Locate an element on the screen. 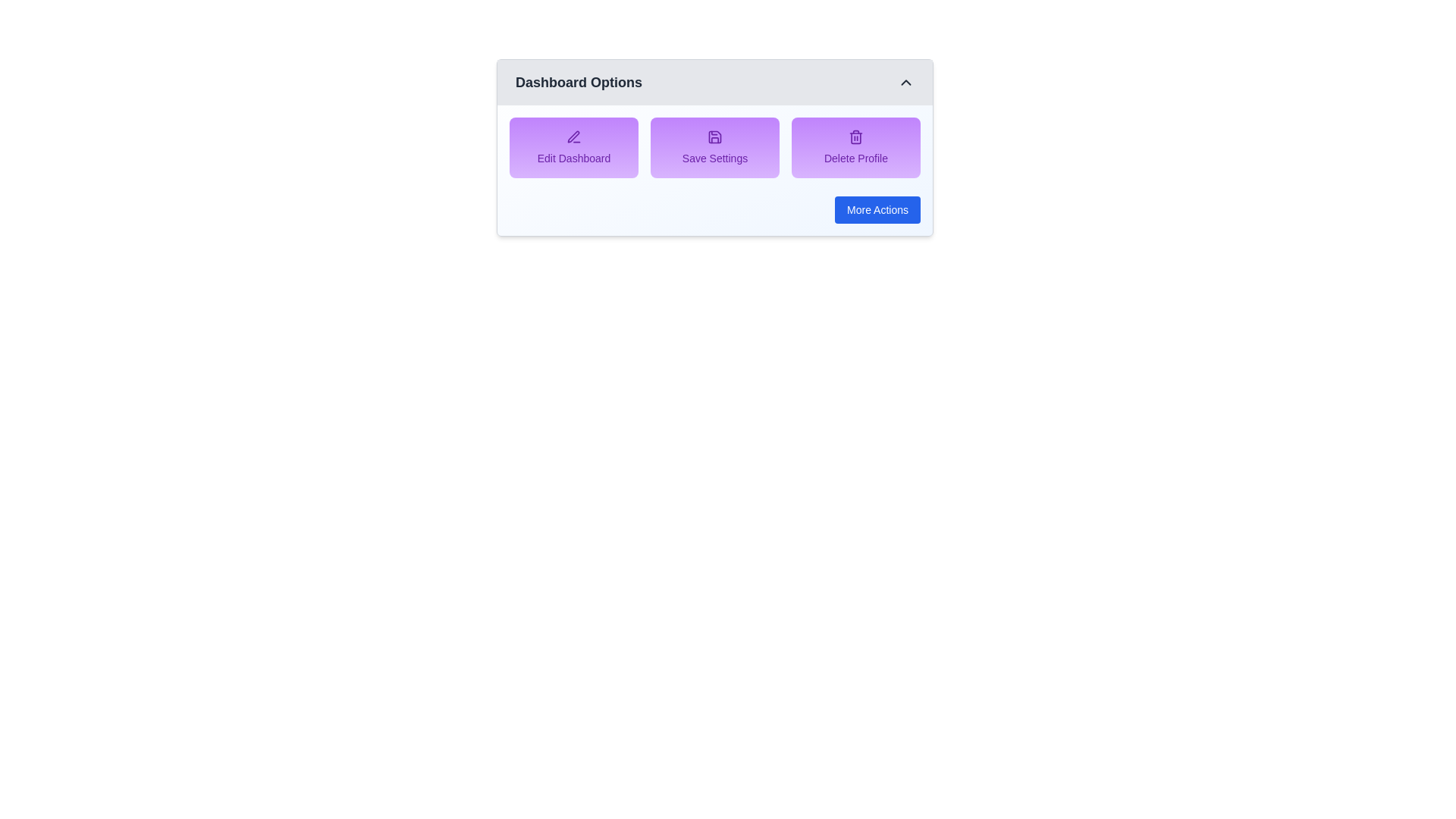 This screenshot has width=1456, height=819. the 'Edit Dashboard' button is located at coordinates (573, 148).